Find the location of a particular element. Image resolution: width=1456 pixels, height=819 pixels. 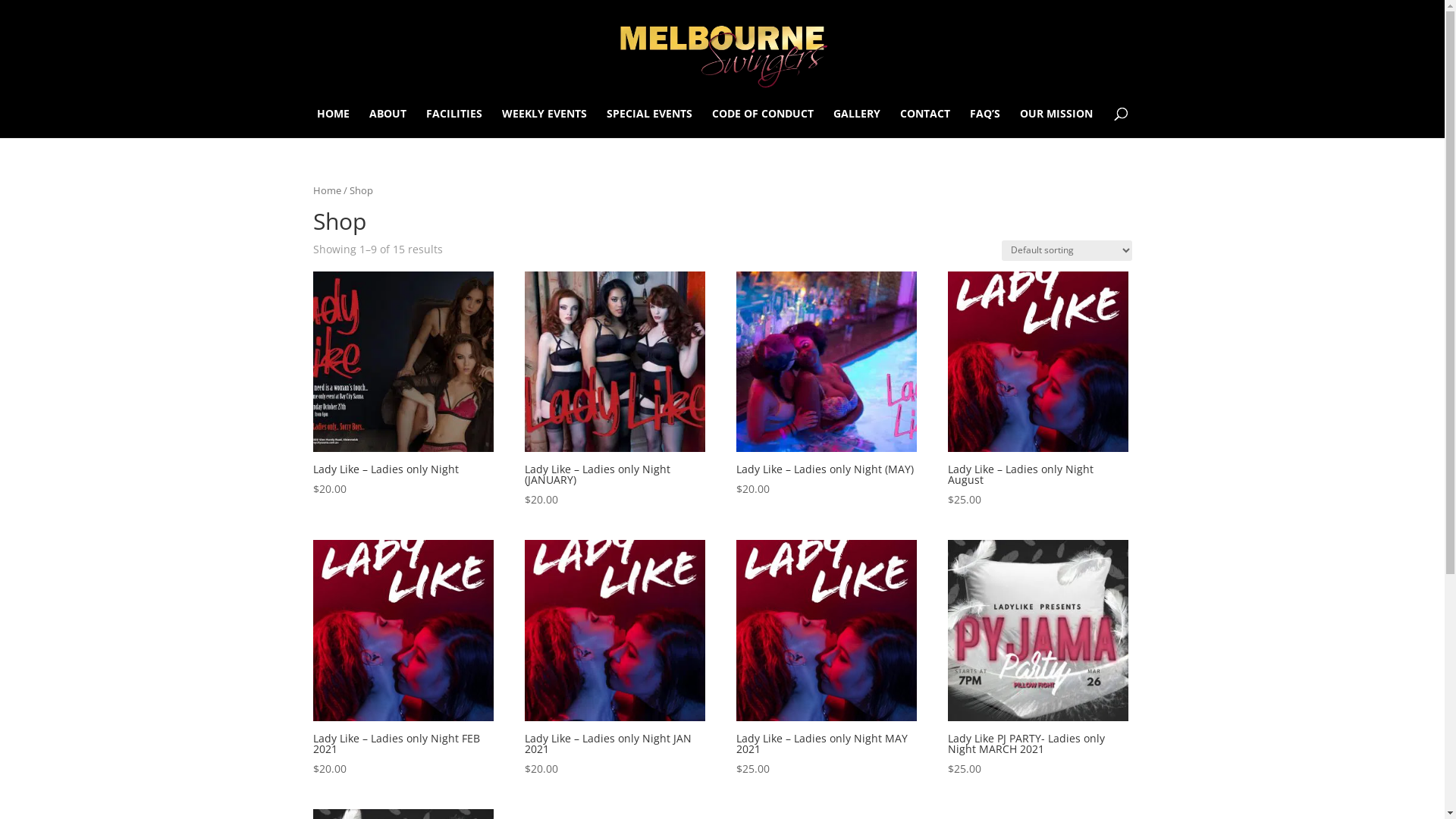

'ABOUT' is located at coordinates (388, 122).